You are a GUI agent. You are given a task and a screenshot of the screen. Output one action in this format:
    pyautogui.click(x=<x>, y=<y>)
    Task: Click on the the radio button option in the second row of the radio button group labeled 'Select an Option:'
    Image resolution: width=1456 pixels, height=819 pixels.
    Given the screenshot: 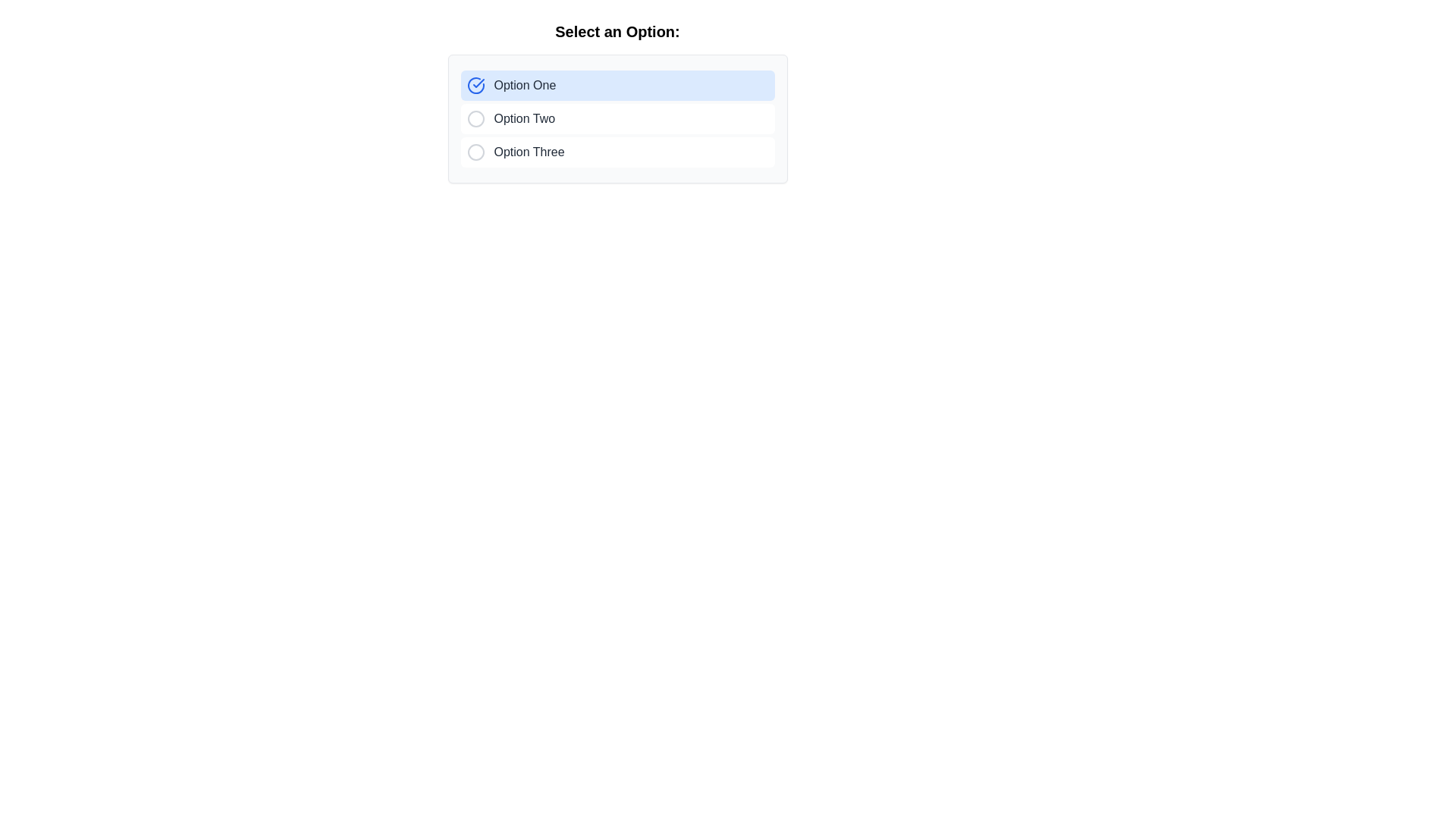 What is the action you would take?
    pyautogui.click(x=617, y=118)
    